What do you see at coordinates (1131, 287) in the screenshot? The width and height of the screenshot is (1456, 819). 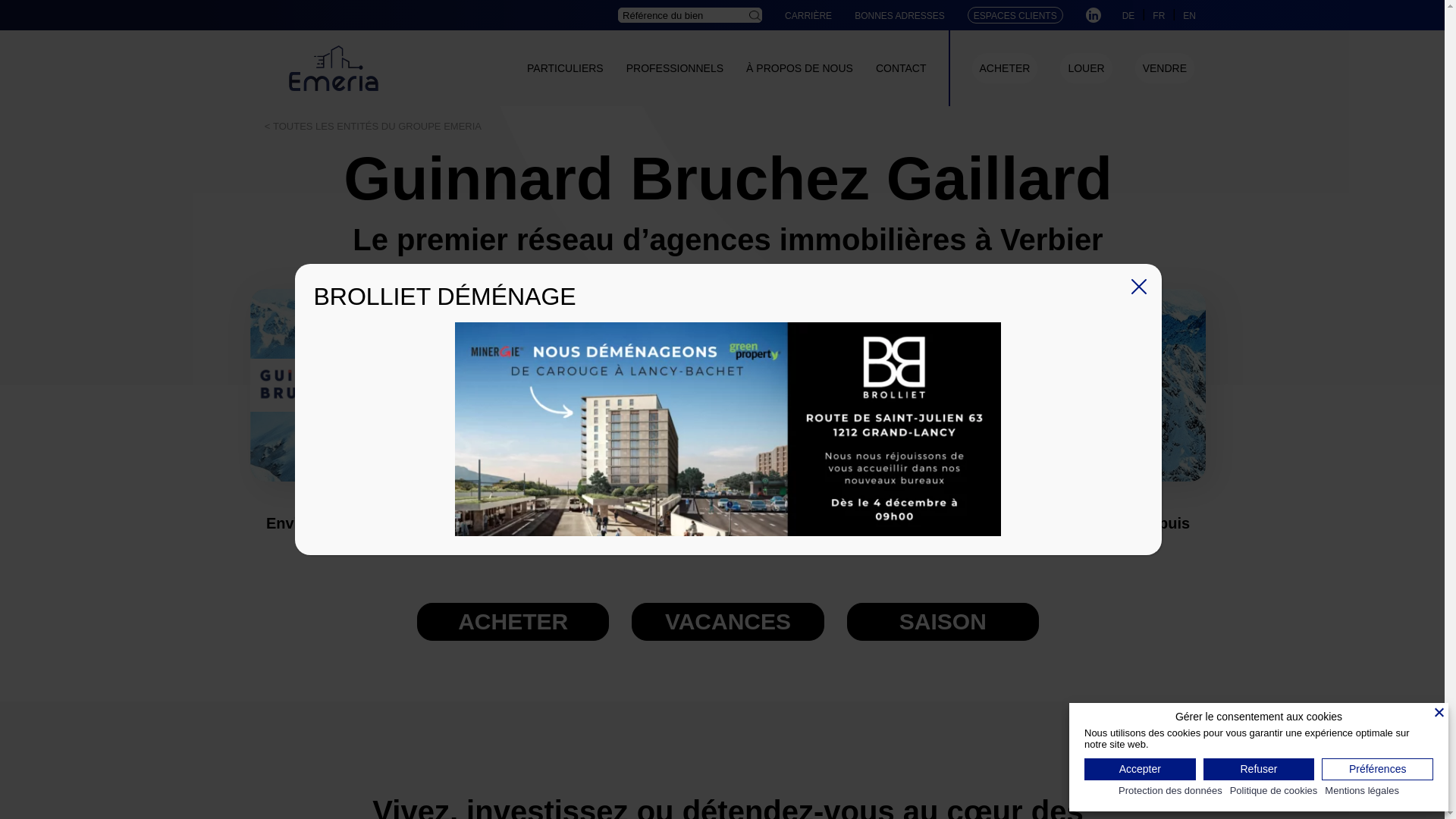 I see `'X'` at bounding box center [1131, 287].